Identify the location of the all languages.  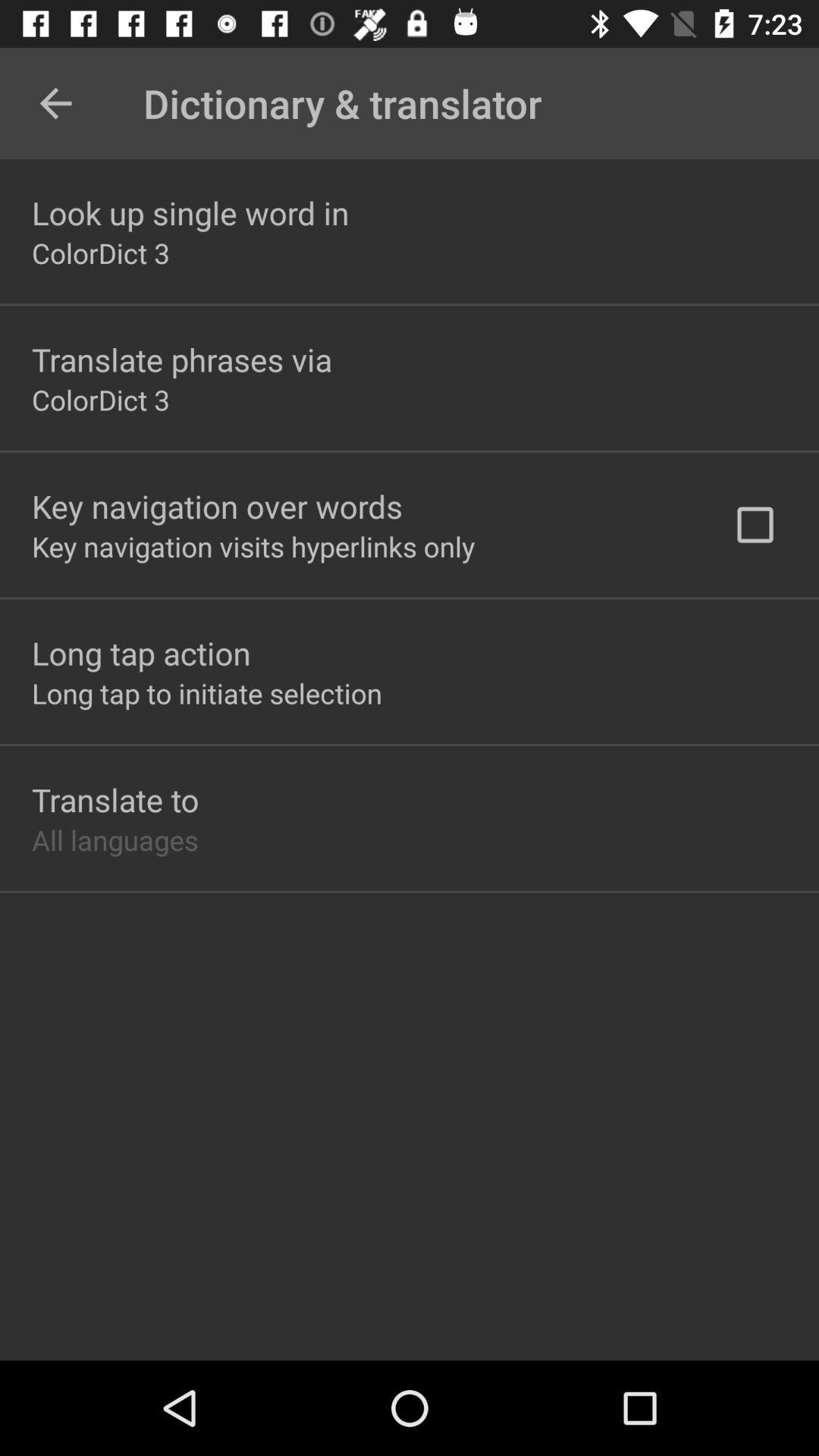
(114, 839).